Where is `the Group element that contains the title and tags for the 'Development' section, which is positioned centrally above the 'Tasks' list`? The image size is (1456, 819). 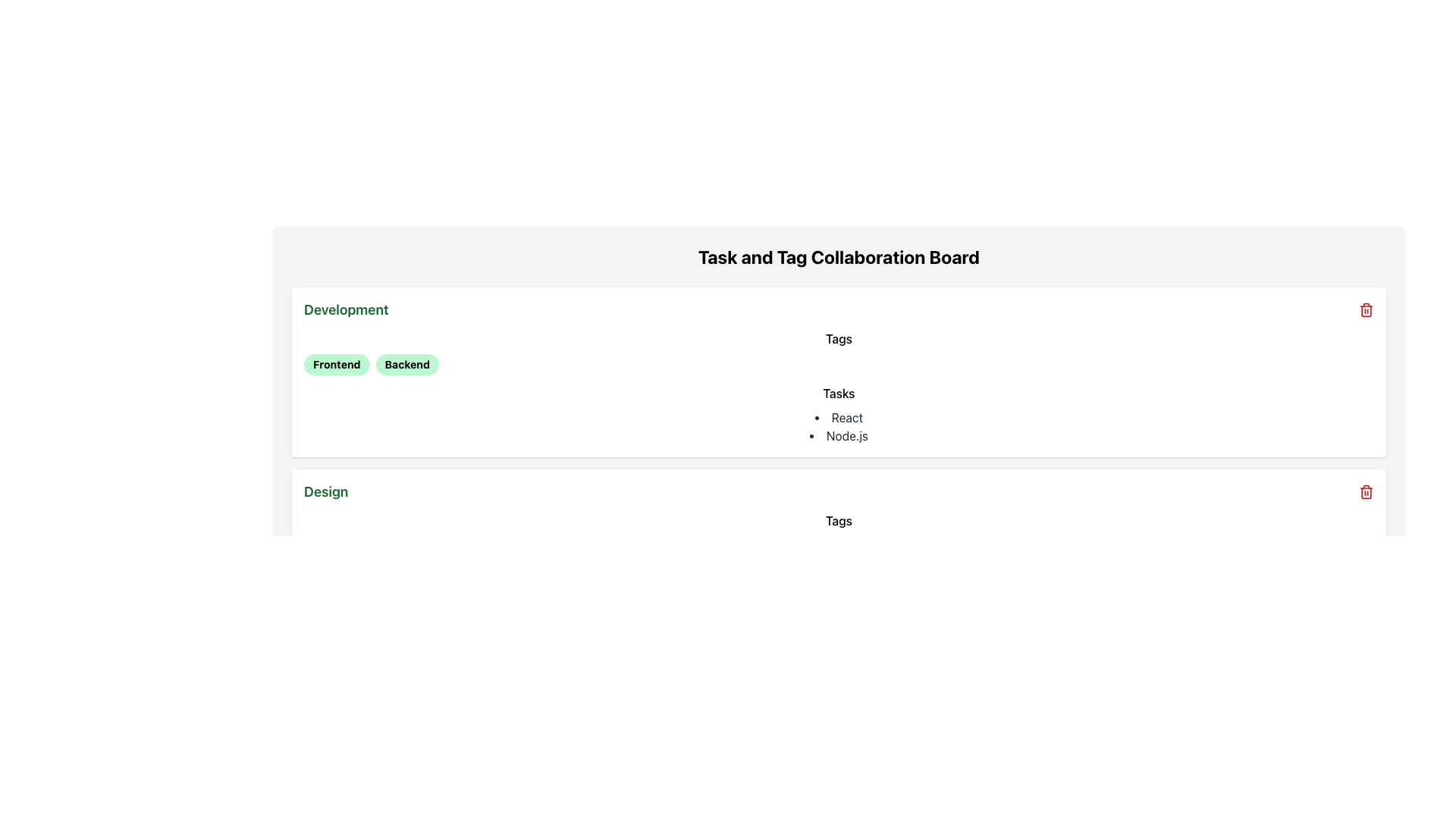
the Group element that contains the title and tags for the 'Development' section, which is positioned centrally above the 'Tasks' list is located at coordinates (838, 353).